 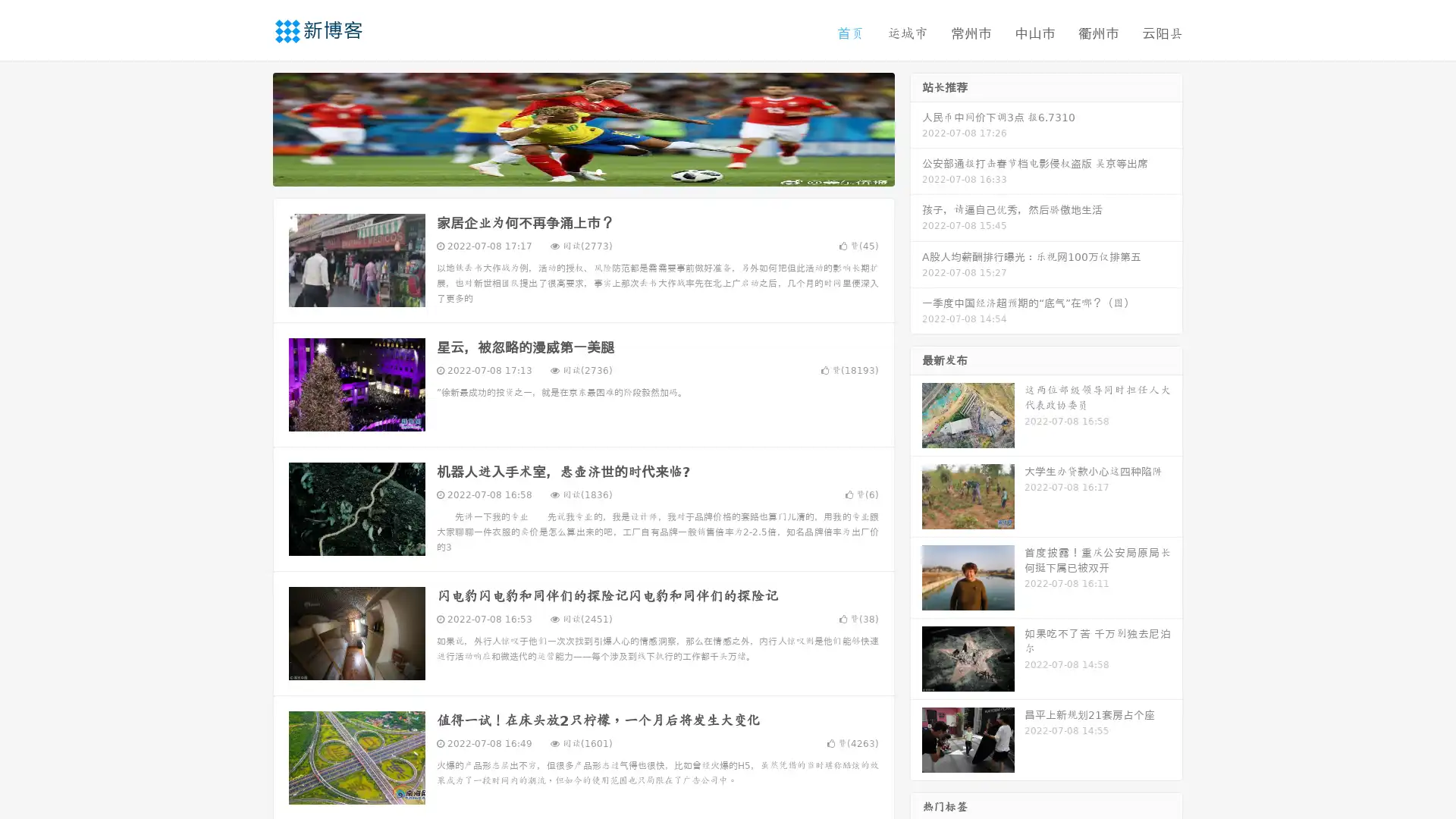 I want to click on Go to slide 2, so click(x=582, y=171).